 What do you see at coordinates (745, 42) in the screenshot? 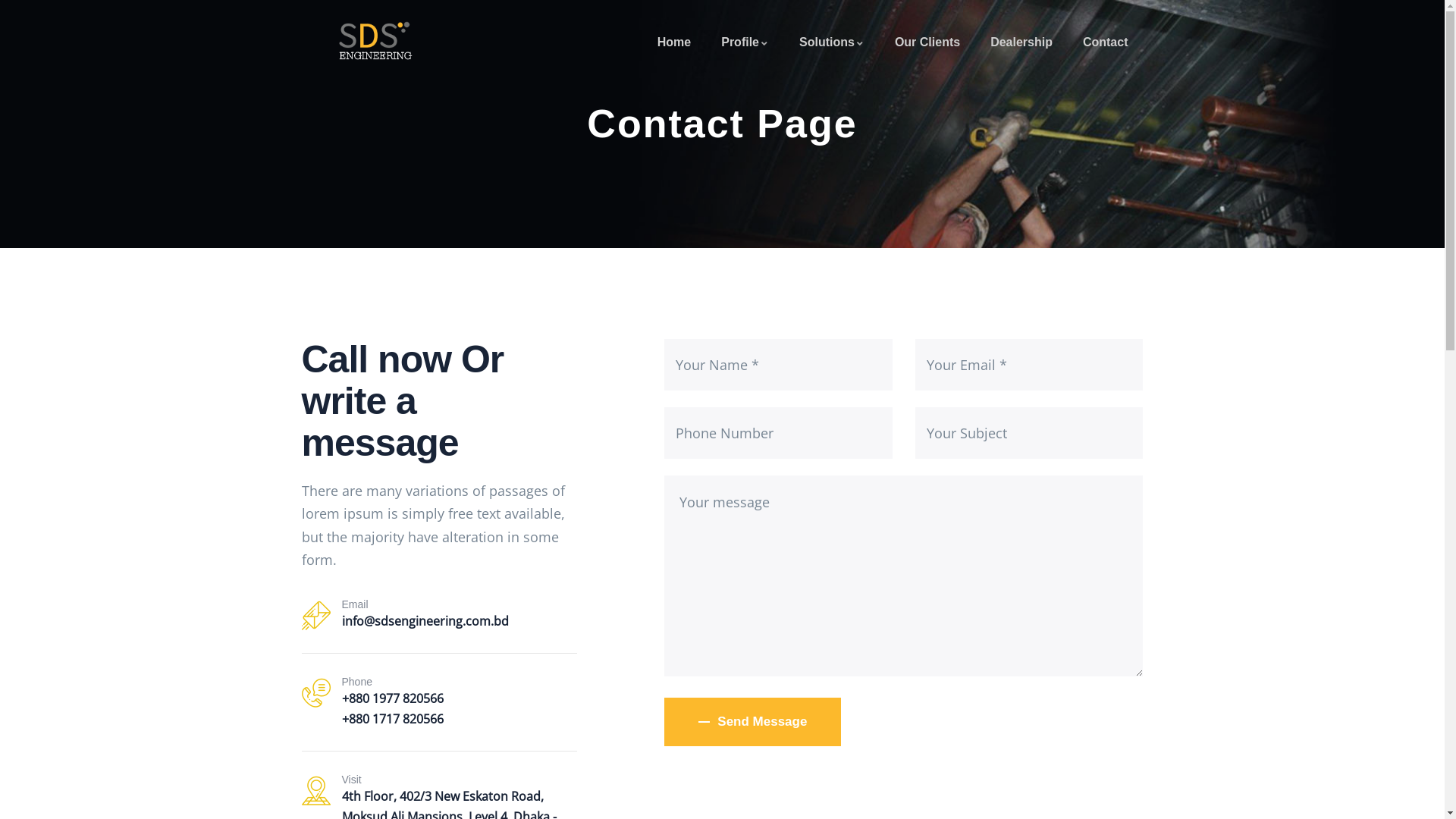
I see `'Profile'` at bounding box center [745, 42].